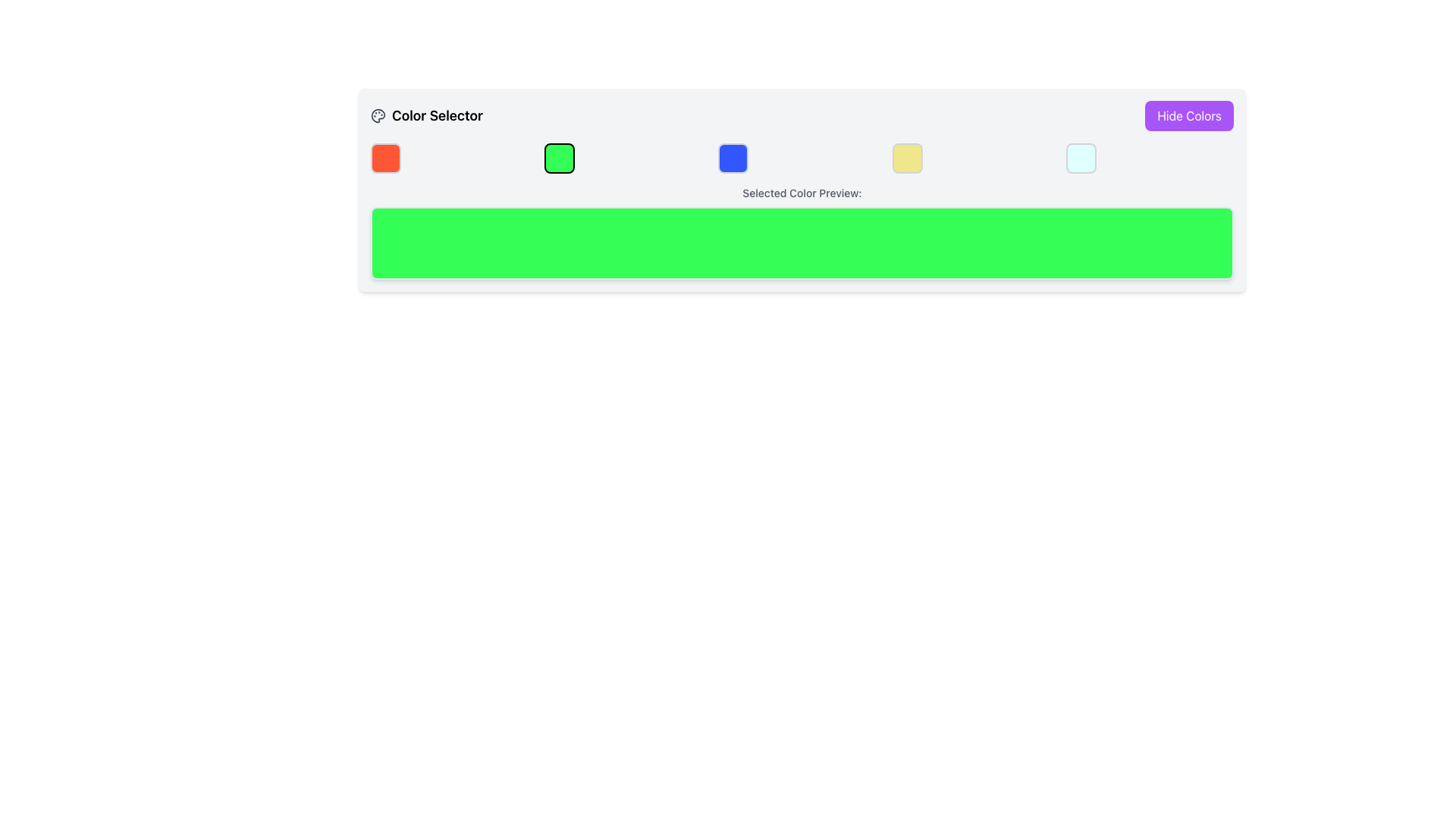  Describe the element at coordinates (1080, 158) in the screenshot. I see `the last selectable color option in the color picker interface` at that location.